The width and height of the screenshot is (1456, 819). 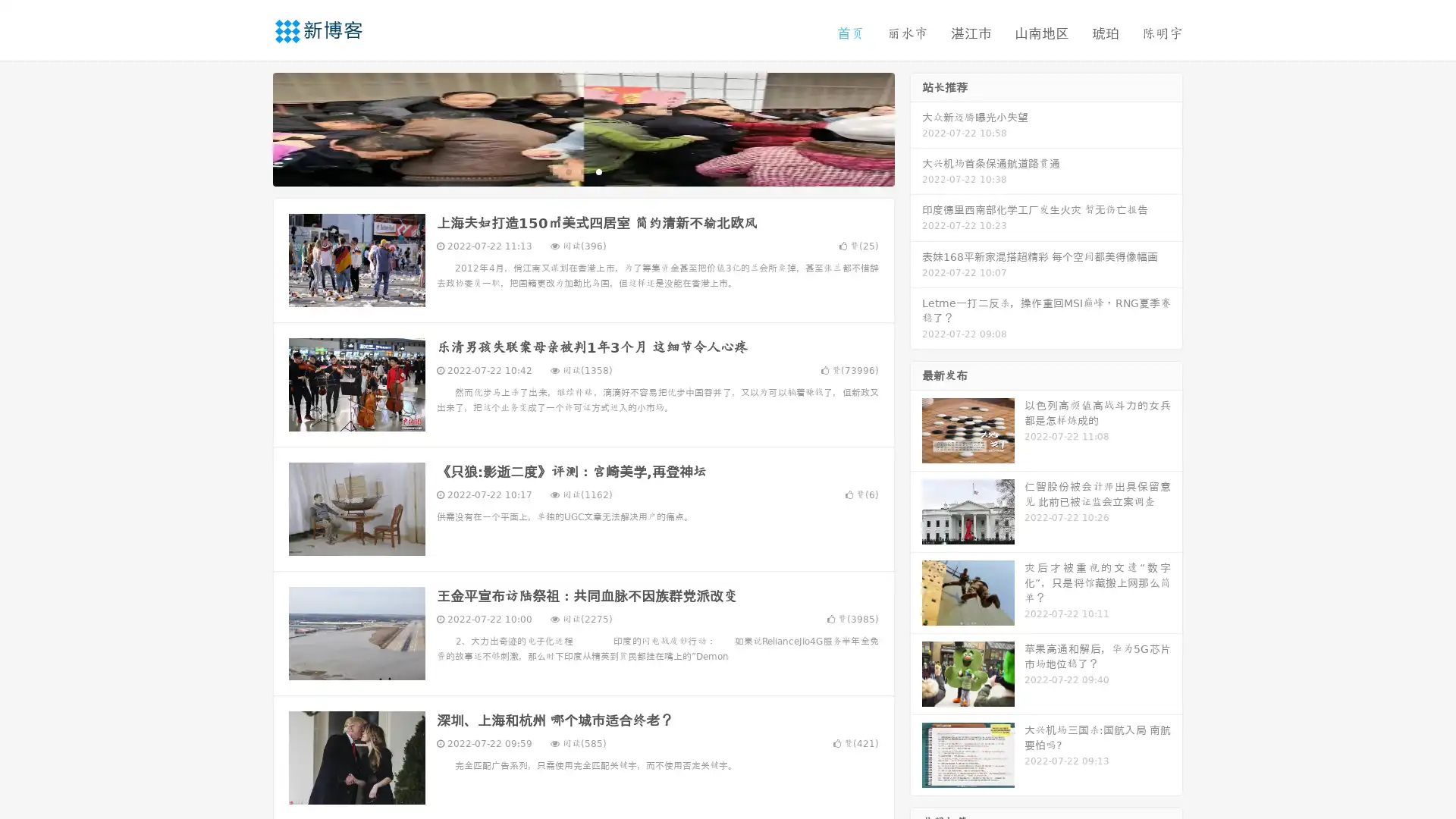 What do you see at coordinates (250, 127) in the screenshot?
I see `Previous slide` at bounding box center [250, 127].